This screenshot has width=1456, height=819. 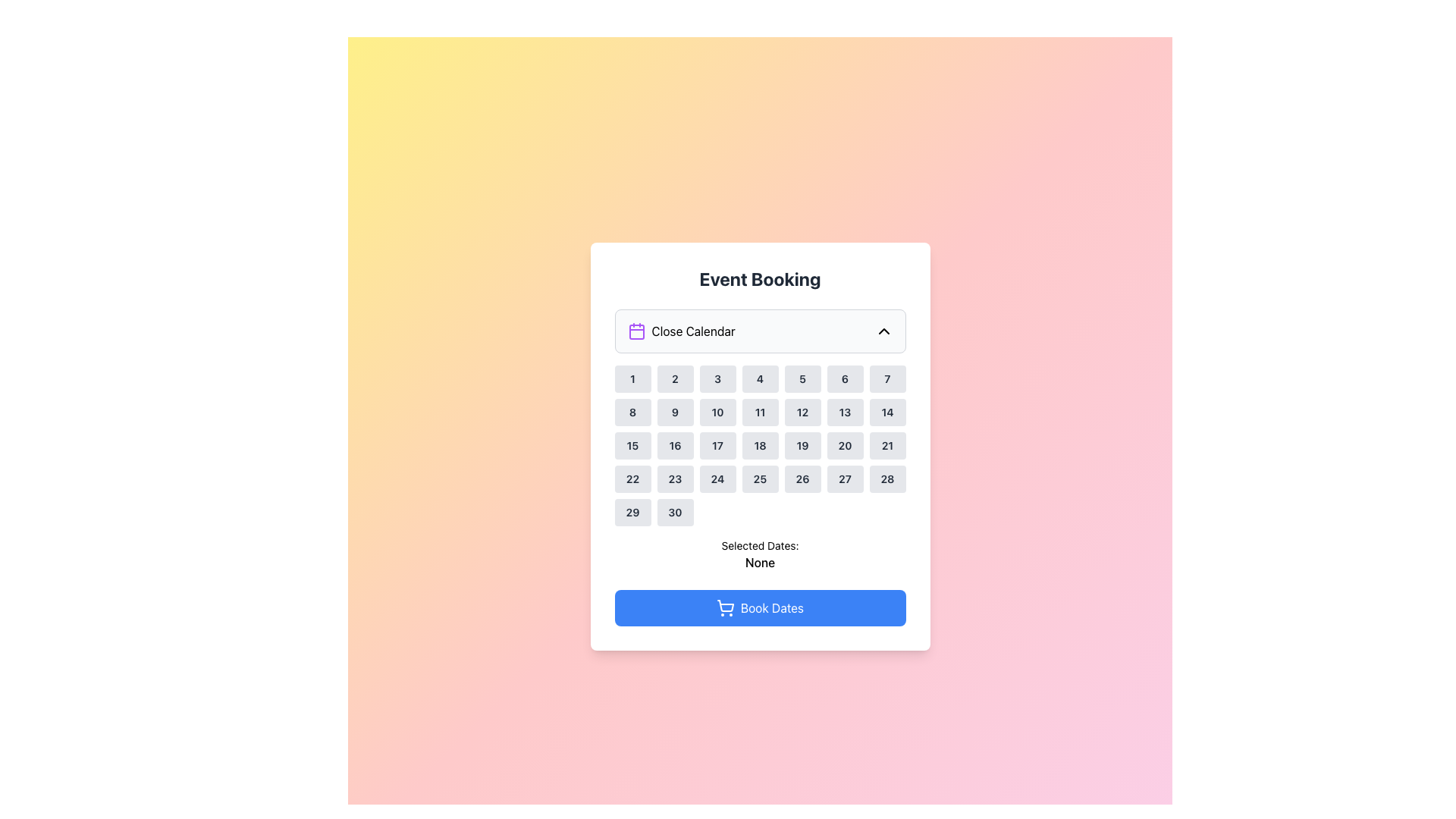 I want to click on the rectangular button labeled '20' with rounded corners, so click(x=844, y=444).